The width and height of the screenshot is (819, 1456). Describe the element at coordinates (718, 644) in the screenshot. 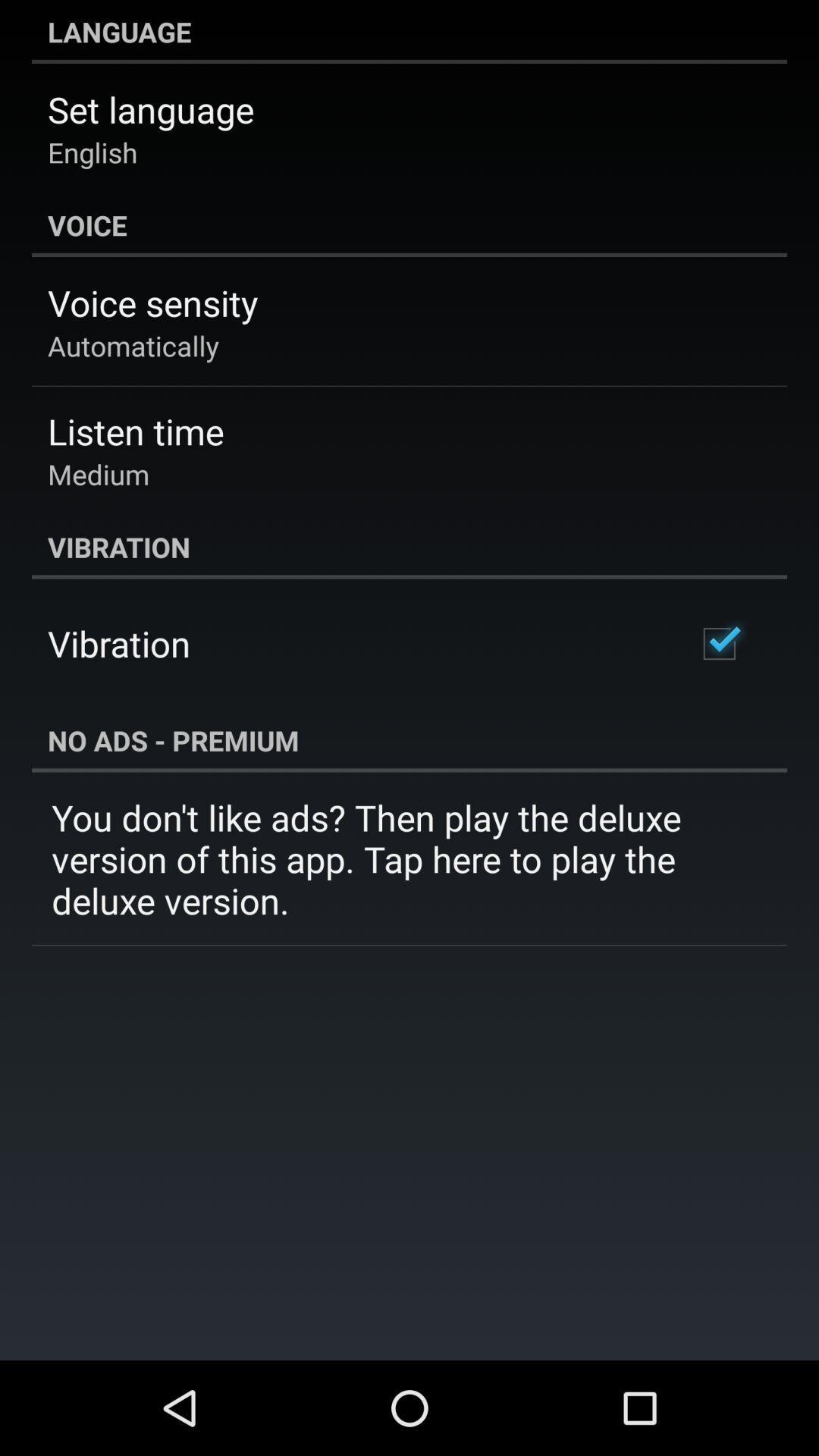

I see `item to the right of the vibration icon` at that location.